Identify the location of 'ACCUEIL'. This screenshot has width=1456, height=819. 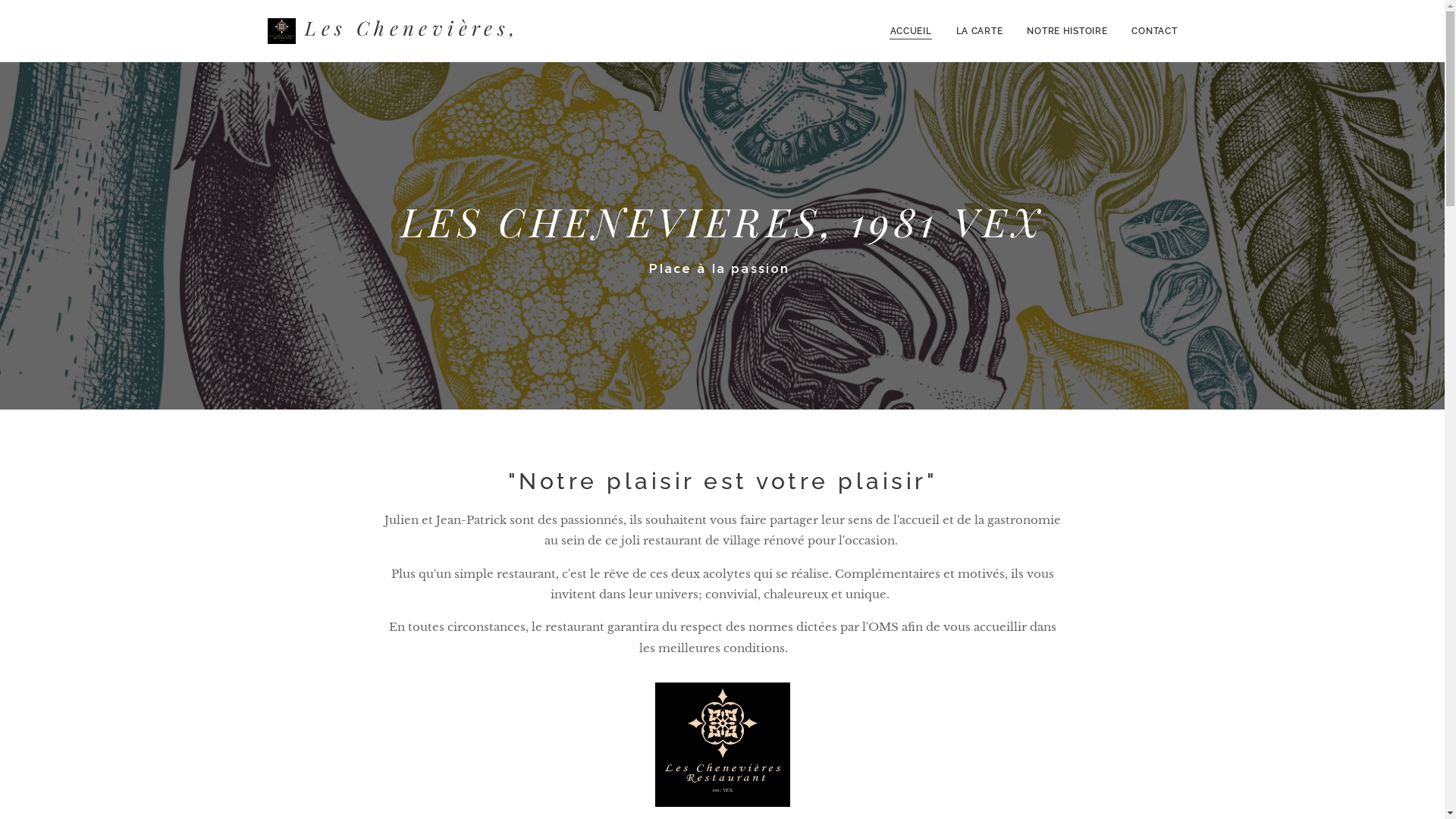
(914, 31).